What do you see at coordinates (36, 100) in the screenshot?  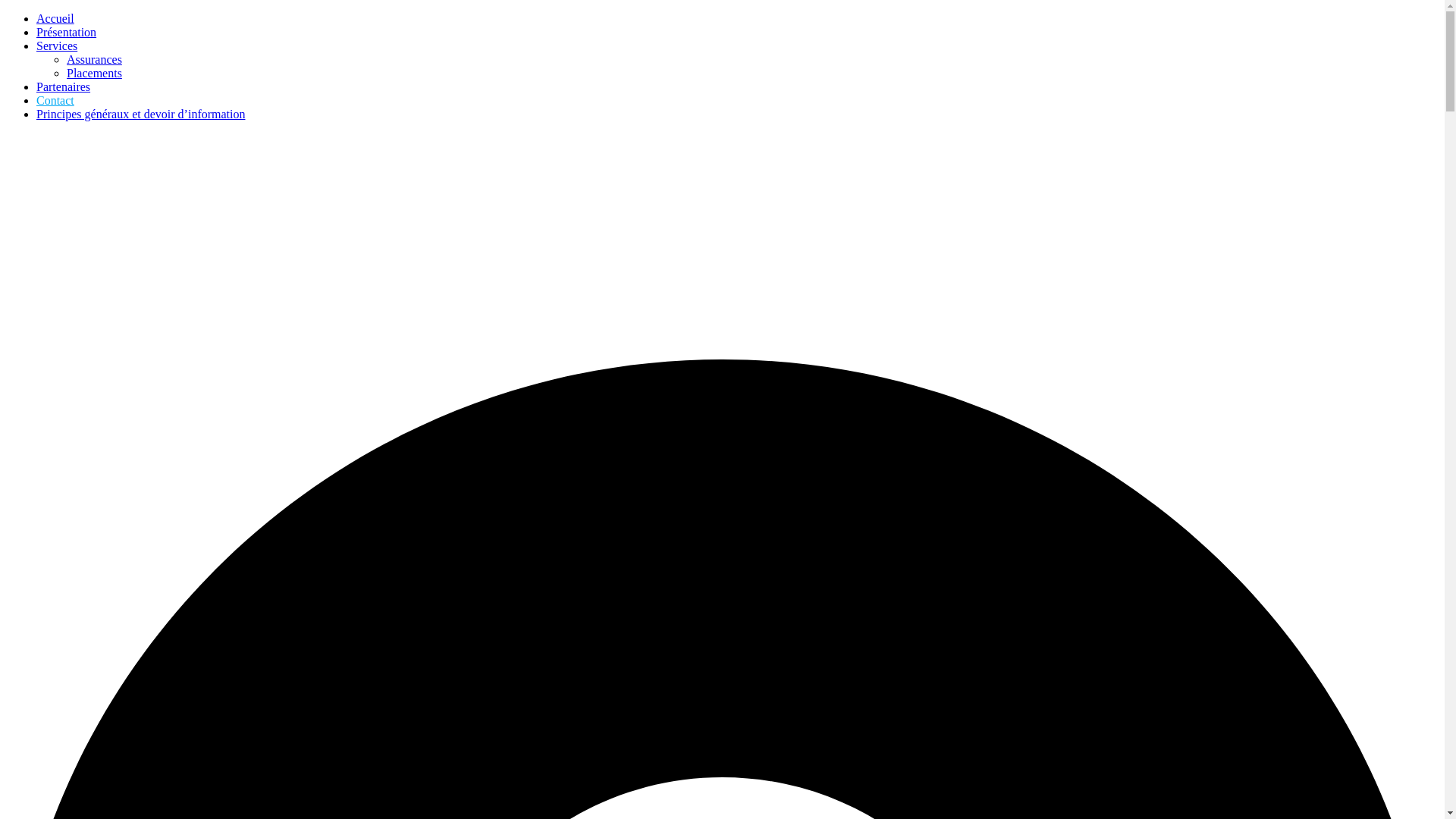 I see `'Contact'` at bounding box center [36, 100].